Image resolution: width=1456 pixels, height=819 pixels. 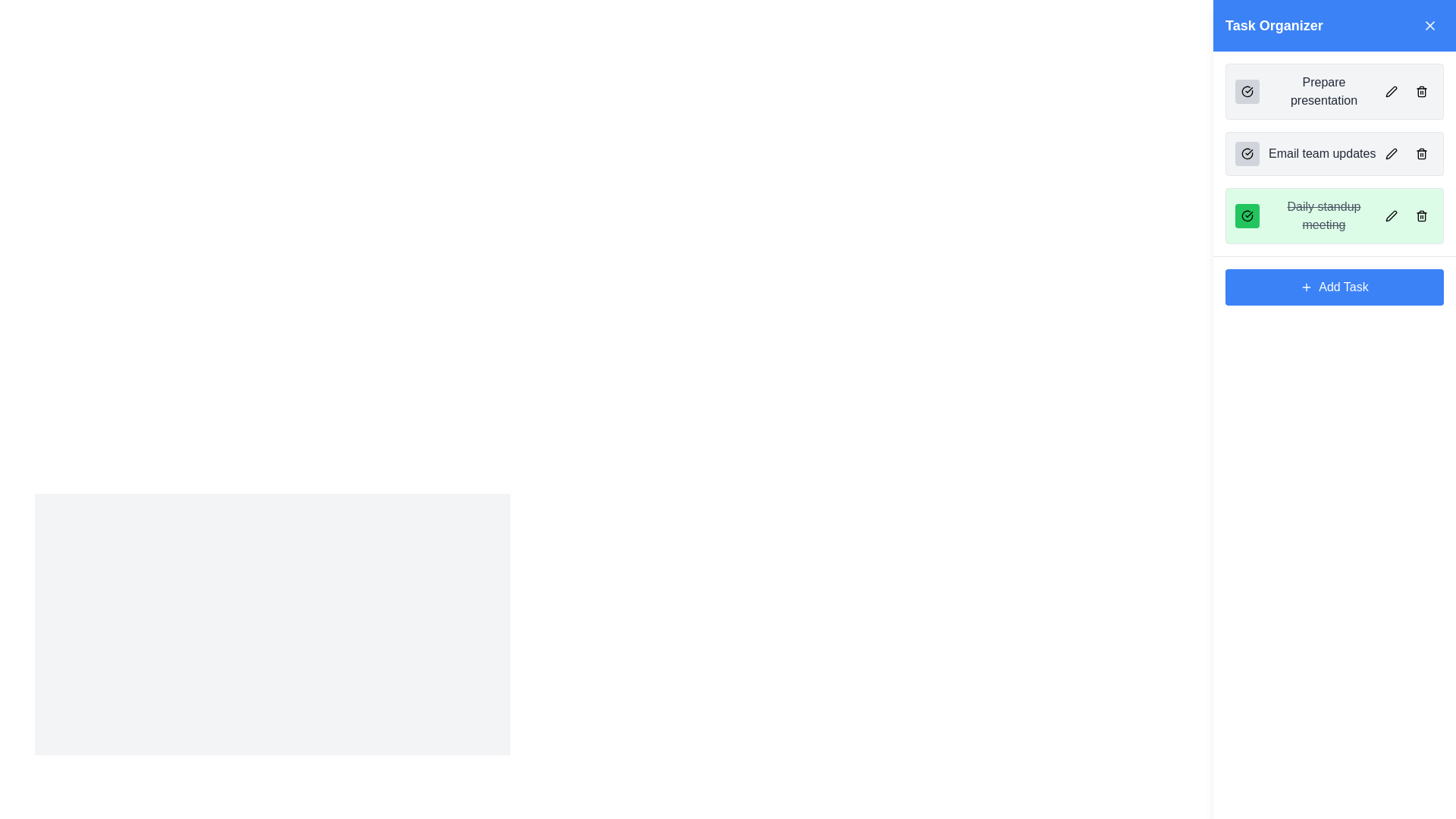 What do you see at coordinates (1421, 154) in the screenshot?
I see `the delete icon button in the last column of the 'Daily standup meeting' row in the 'Task Organizer' panel` at bounding box center [1421, 154].